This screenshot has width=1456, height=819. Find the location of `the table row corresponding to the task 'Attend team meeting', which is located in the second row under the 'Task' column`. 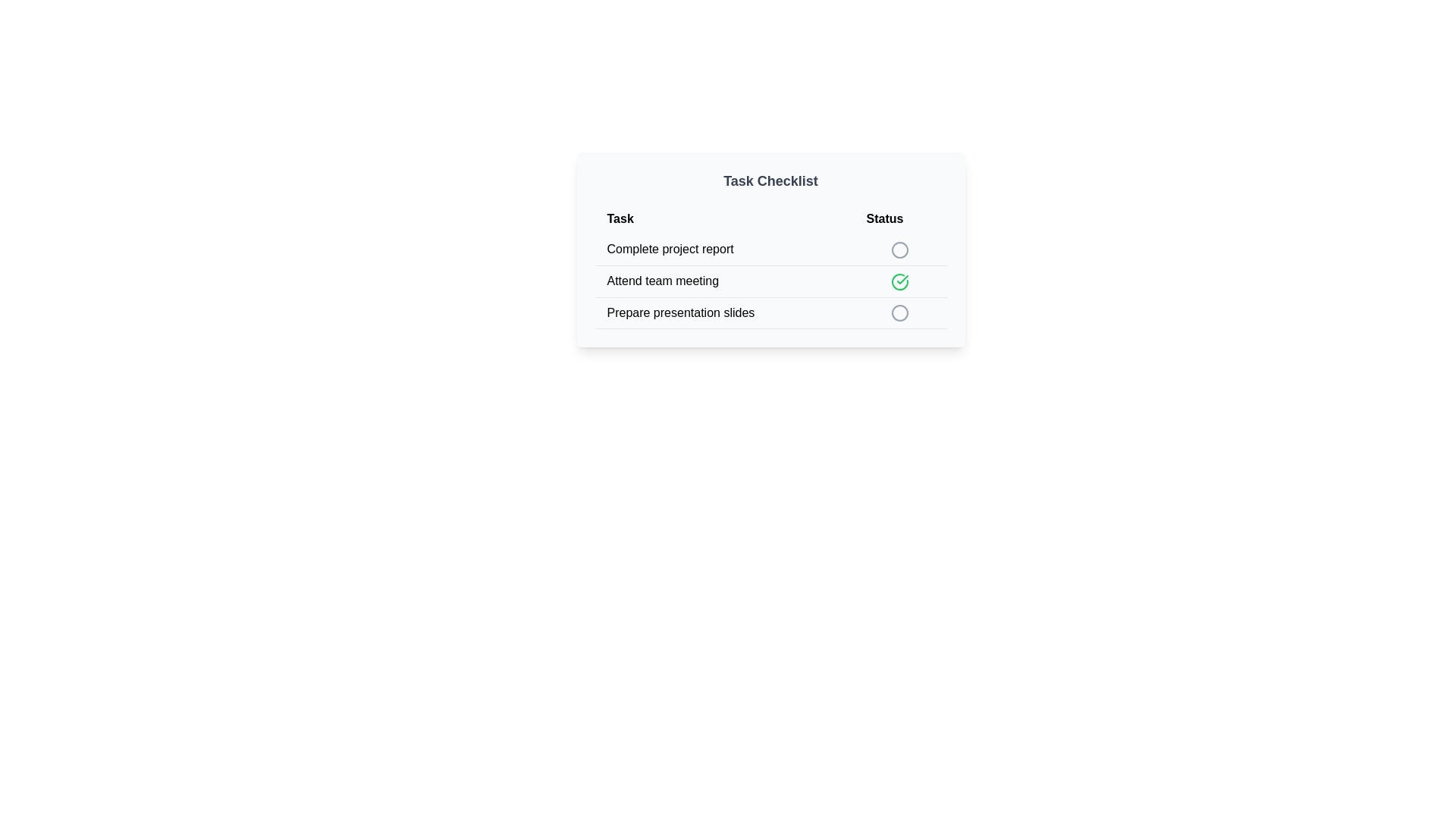

the table row corresponding to the task 'Attend team meeting', which is located in the second row under the 'Task' column is located at coordinates (770, 281).